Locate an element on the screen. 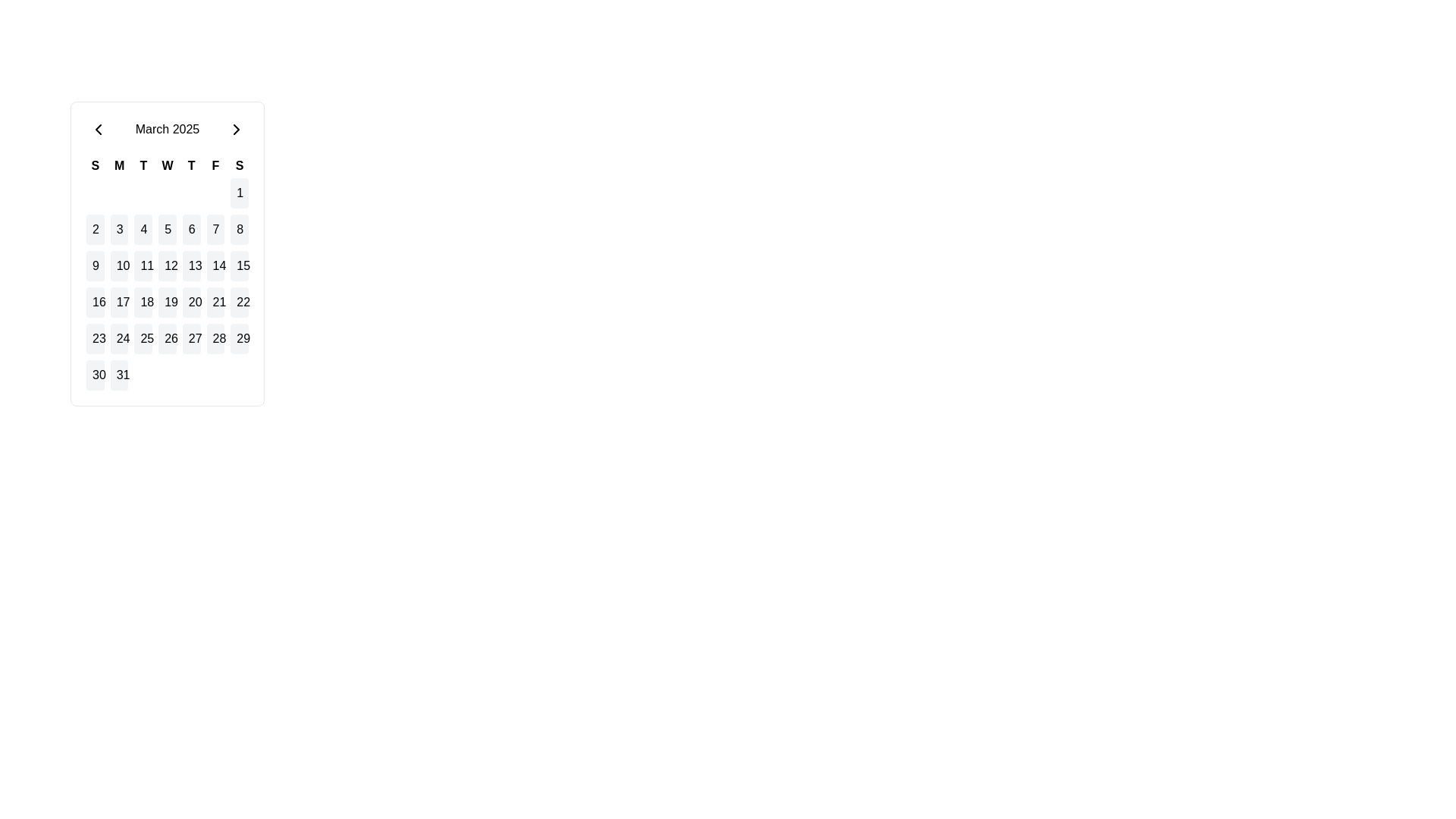  the bold letter 'T' in the calendar header, which is the third letter in the sequence of days of the week, positioned at the top of the grid layout is located at coordinates (143, 166).